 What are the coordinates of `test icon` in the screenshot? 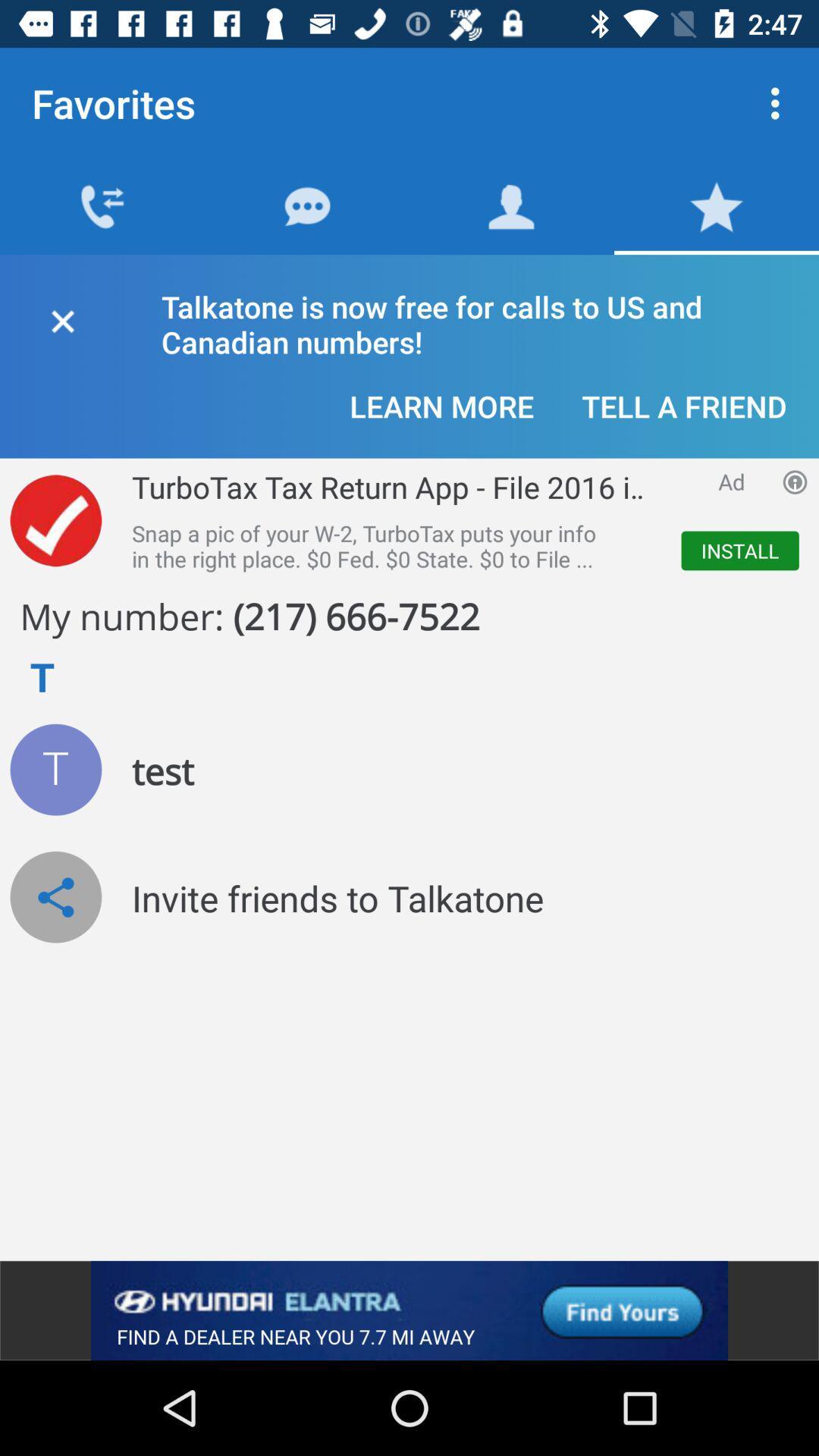 It's located at (55, 770).